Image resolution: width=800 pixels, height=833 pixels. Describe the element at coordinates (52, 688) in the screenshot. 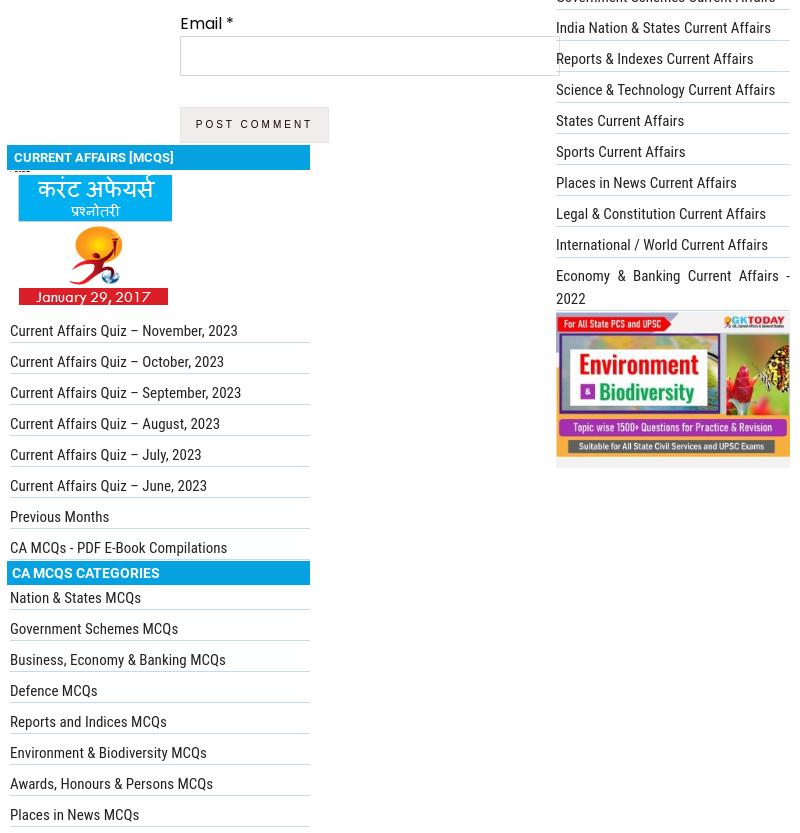

I see `'Defence MCQs'` at that location.